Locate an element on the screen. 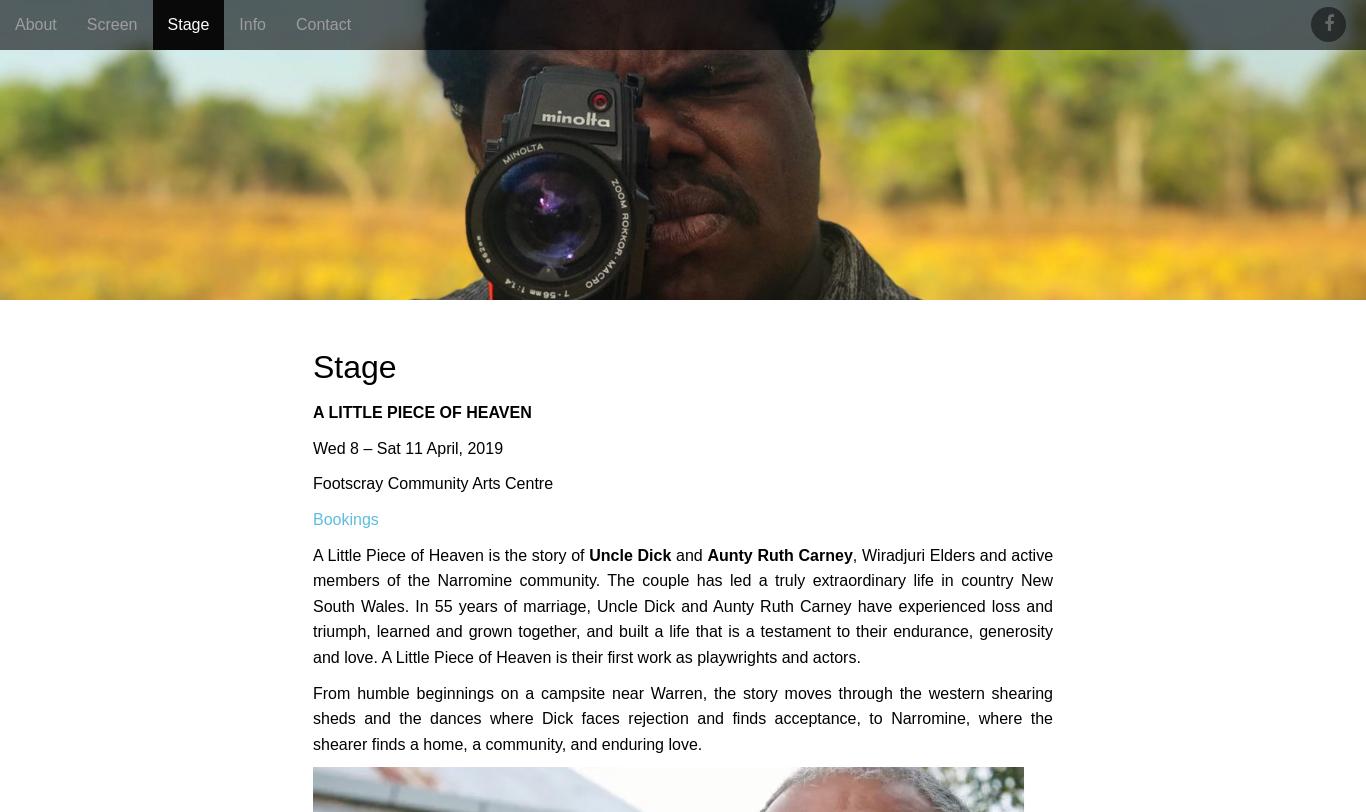  'From humble beginnings on a campsite near Warren, the story moves through the western shearing sheds and the dances where Dick faces rejection and finds acceptance, to Narromine, where the shearer finds a home, a community, and enduring love.' is located at coordinates (683, 717).